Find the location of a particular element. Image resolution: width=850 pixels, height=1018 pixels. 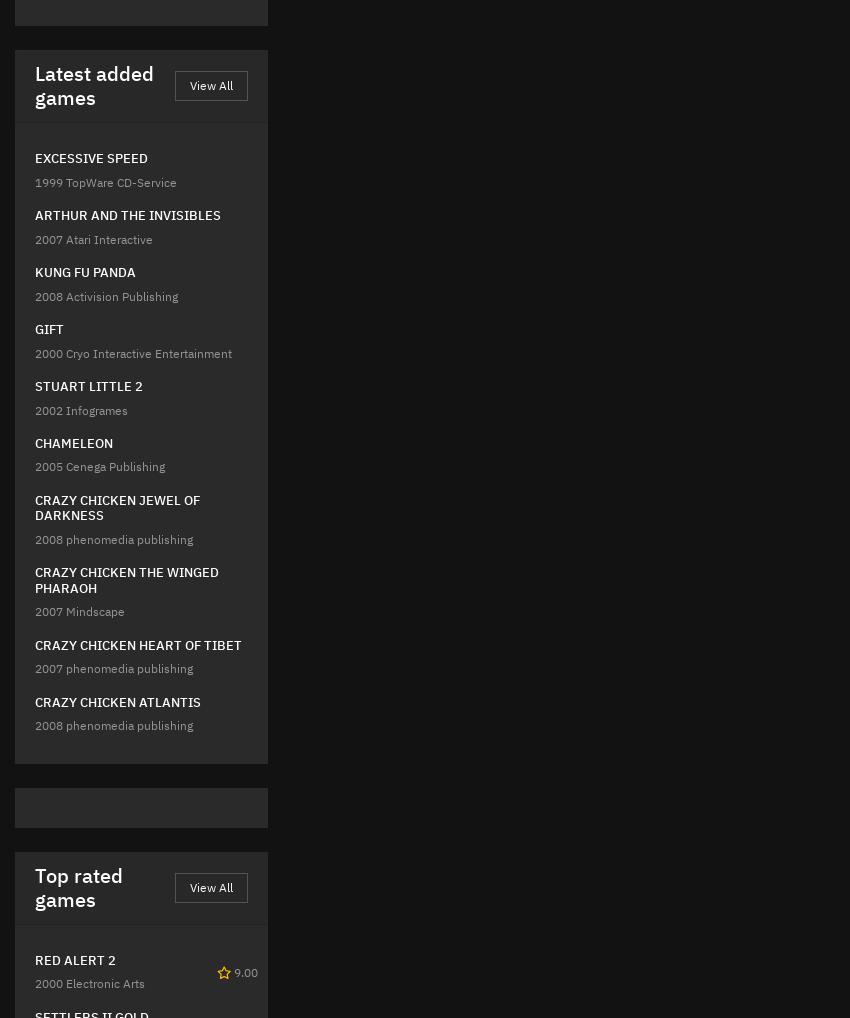

'CRAZY CHICKEN THE WINGED PHARAOH' is located at coordinates (125, 579).